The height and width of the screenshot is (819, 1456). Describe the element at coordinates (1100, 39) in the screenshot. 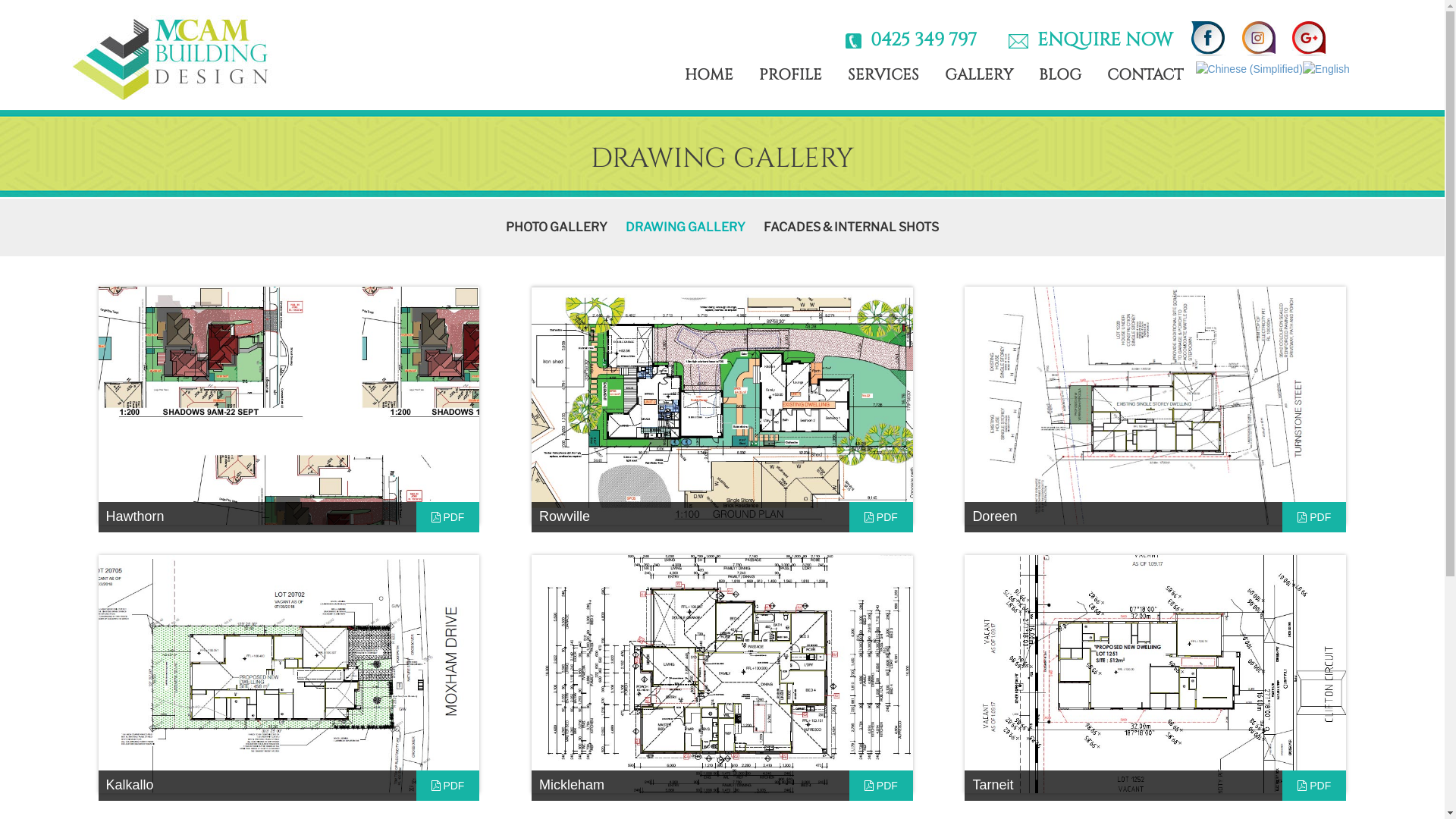

I see `' ENQUIRE NOW'` at that location.